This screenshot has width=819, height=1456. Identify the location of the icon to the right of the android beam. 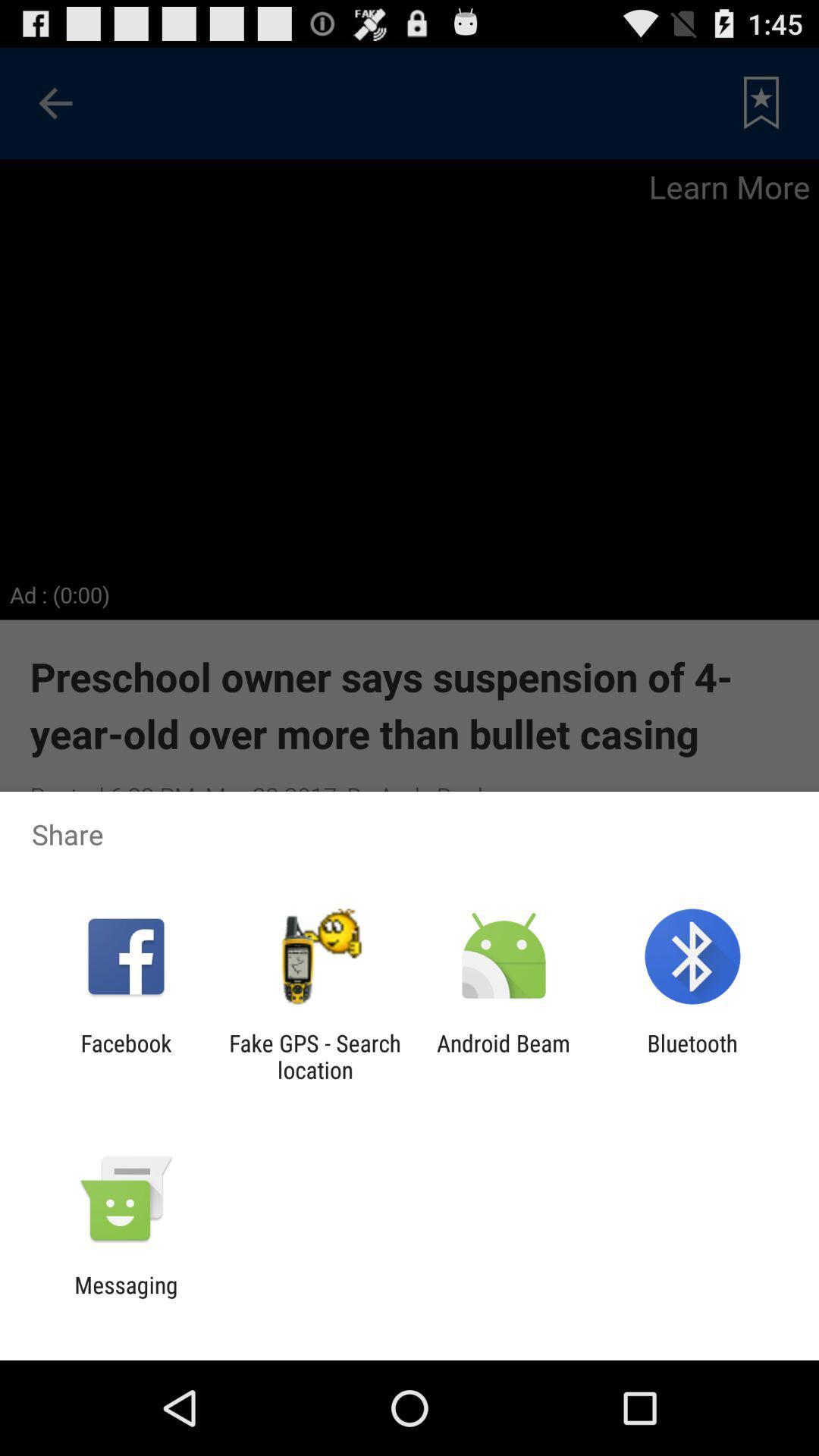
(692, 1056).